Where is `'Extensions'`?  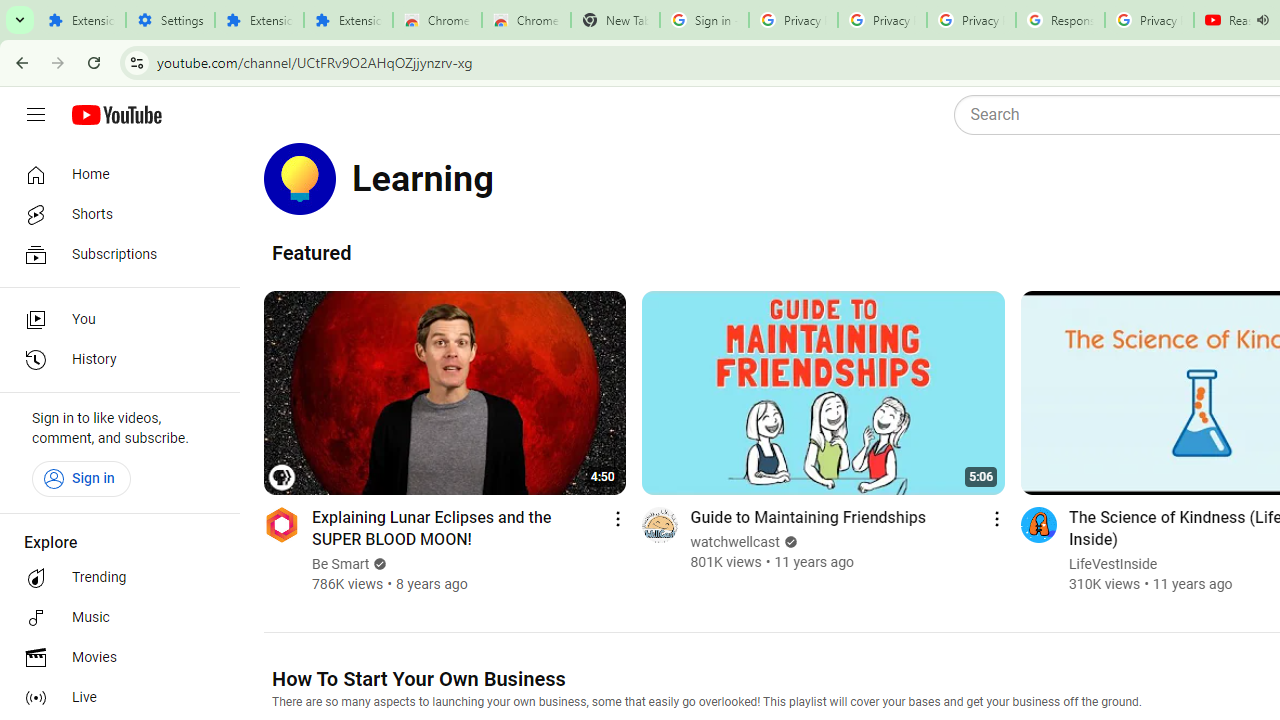 'Extensions' is located at coordinates (348, 20).